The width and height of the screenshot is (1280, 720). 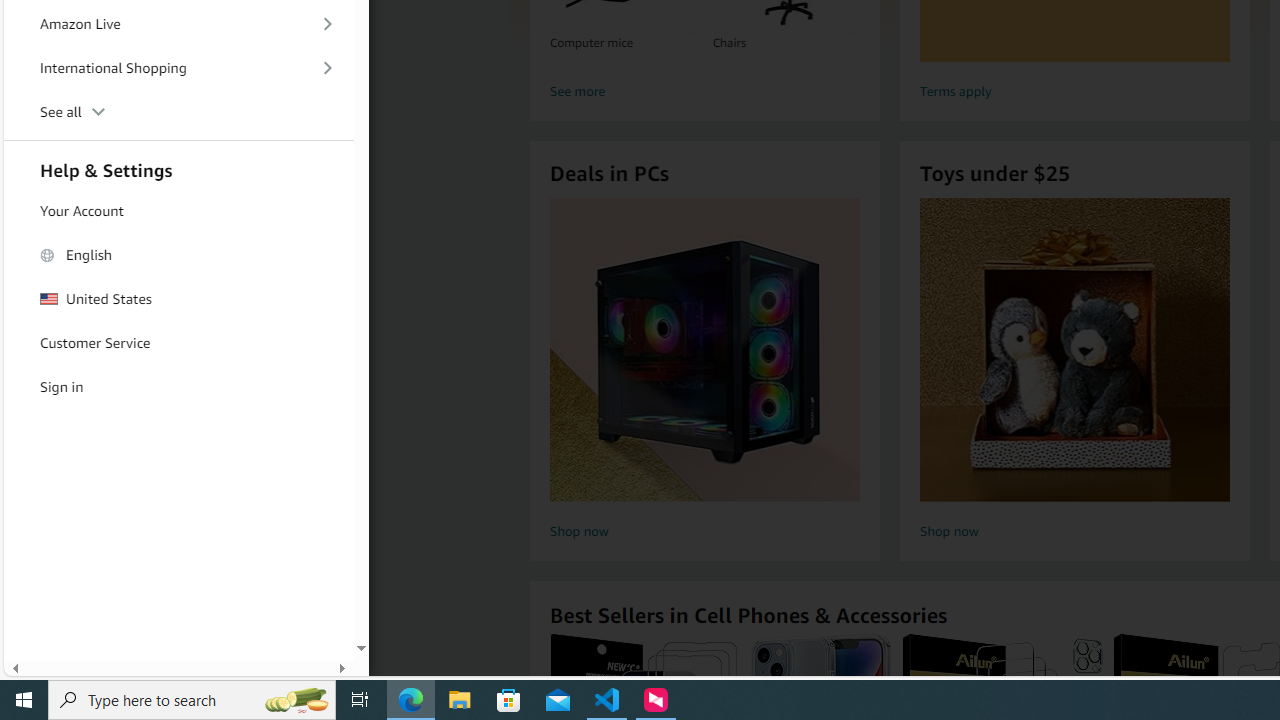 I want to click on 'United States', so click(x=179, y=299).